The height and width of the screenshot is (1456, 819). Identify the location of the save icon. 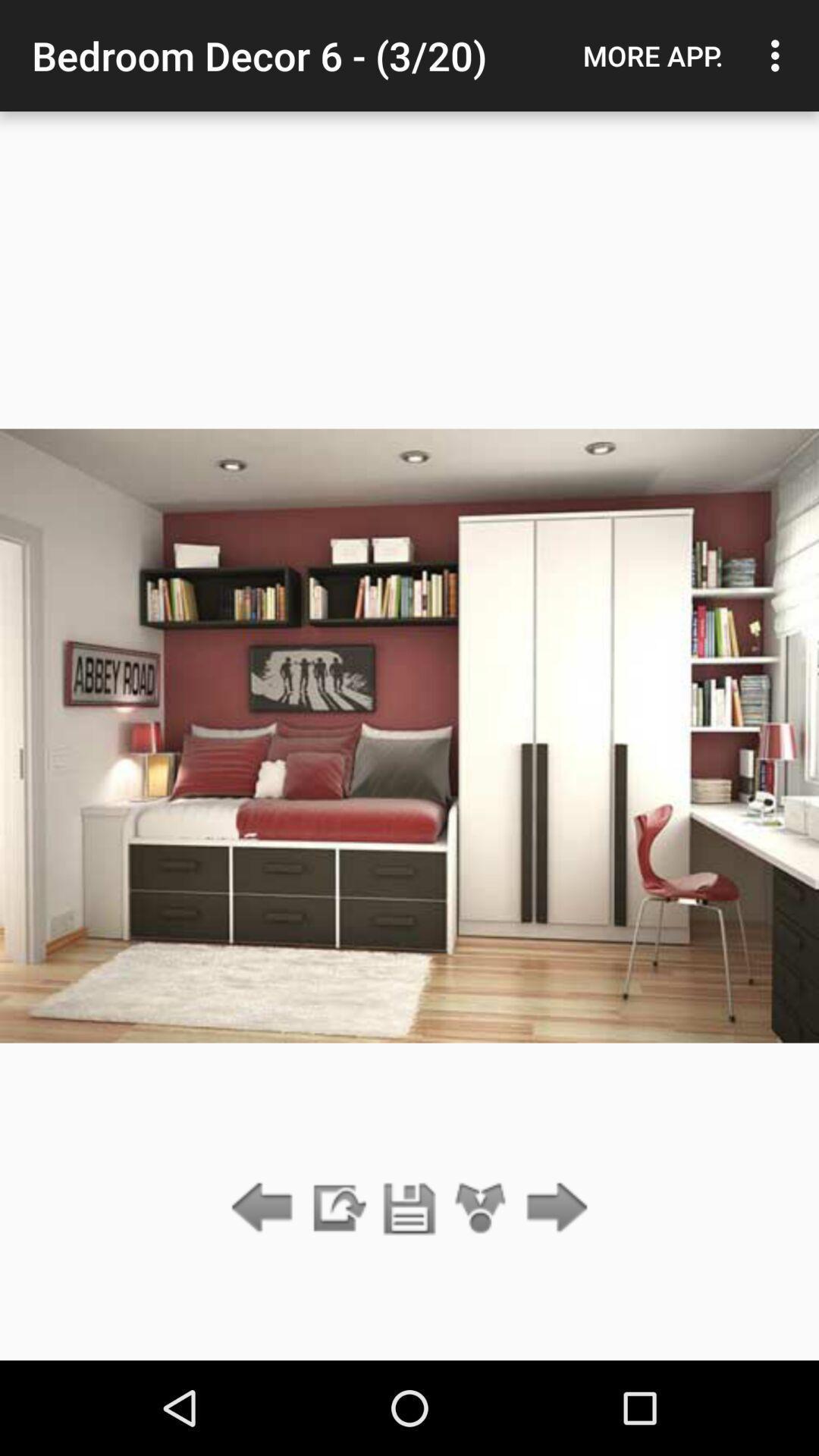
(409, 1208).